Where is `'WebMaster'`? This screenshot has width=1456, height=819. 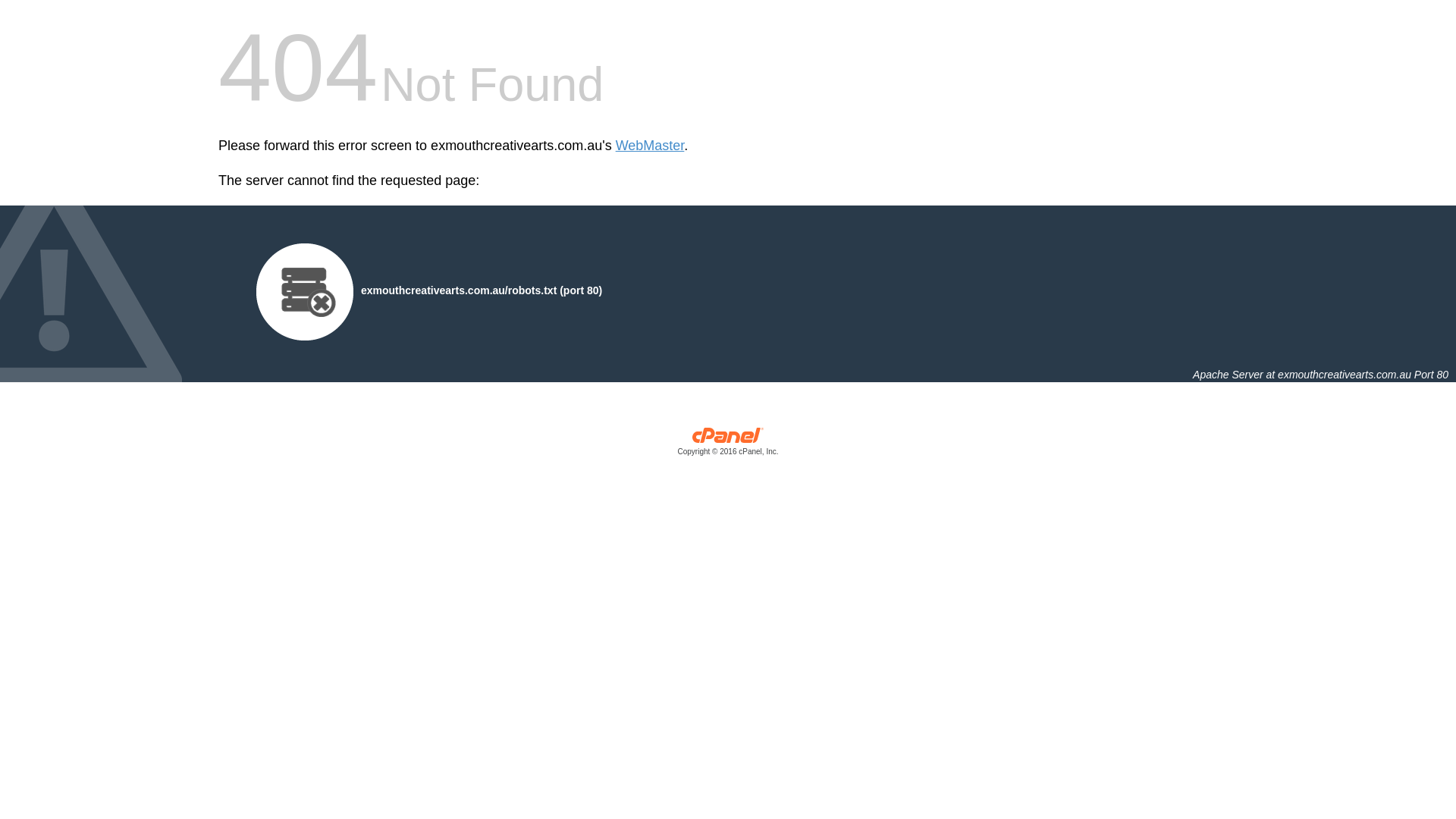 'WebMaster' is located at coordinates (650, 146).